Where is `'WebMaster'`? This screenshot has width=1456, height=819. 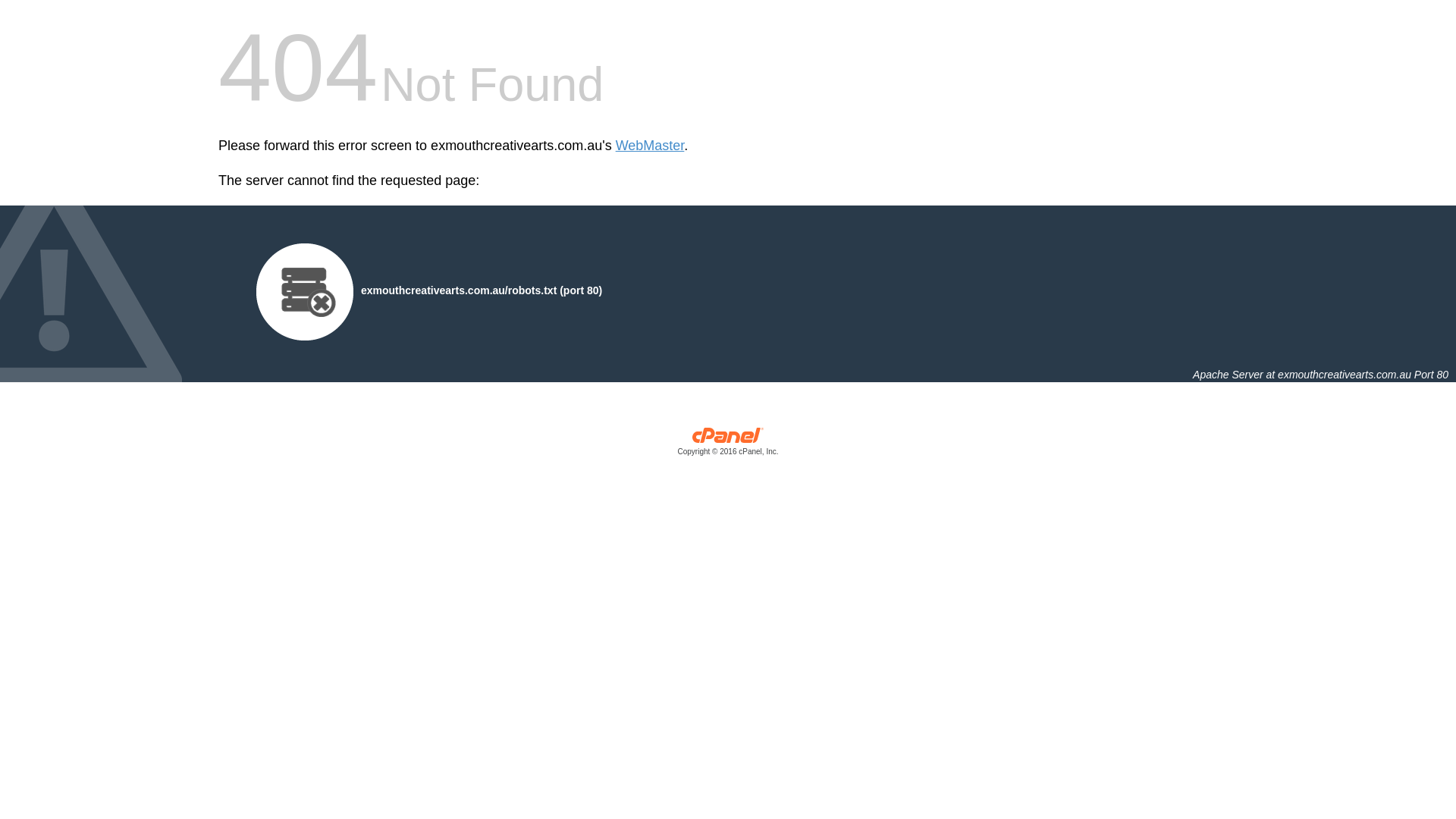 'WebMaster' is located at coordinates (650, 146).